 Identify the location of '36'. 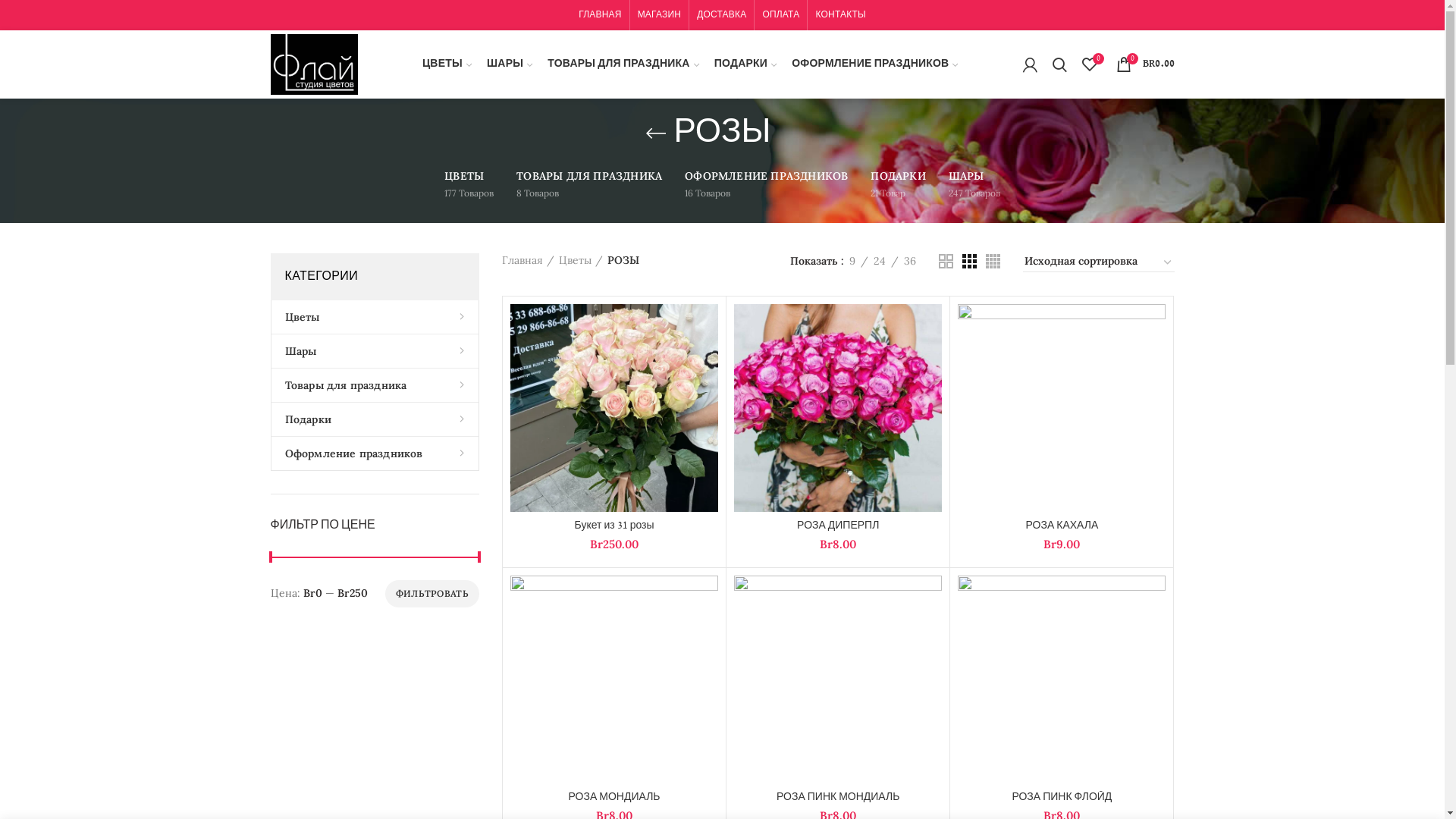
(909, 259).